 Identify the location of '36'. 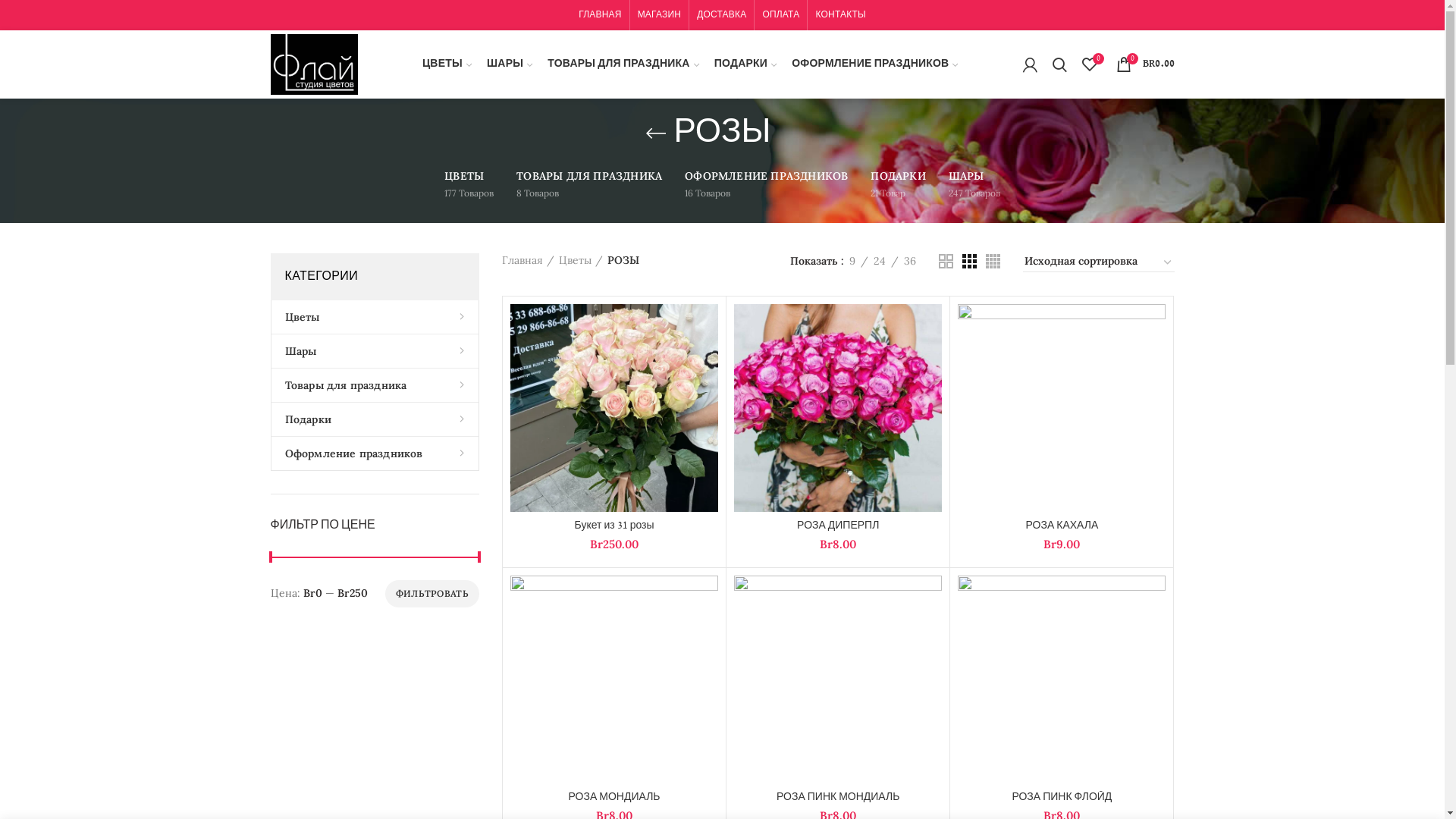
(909, 259).